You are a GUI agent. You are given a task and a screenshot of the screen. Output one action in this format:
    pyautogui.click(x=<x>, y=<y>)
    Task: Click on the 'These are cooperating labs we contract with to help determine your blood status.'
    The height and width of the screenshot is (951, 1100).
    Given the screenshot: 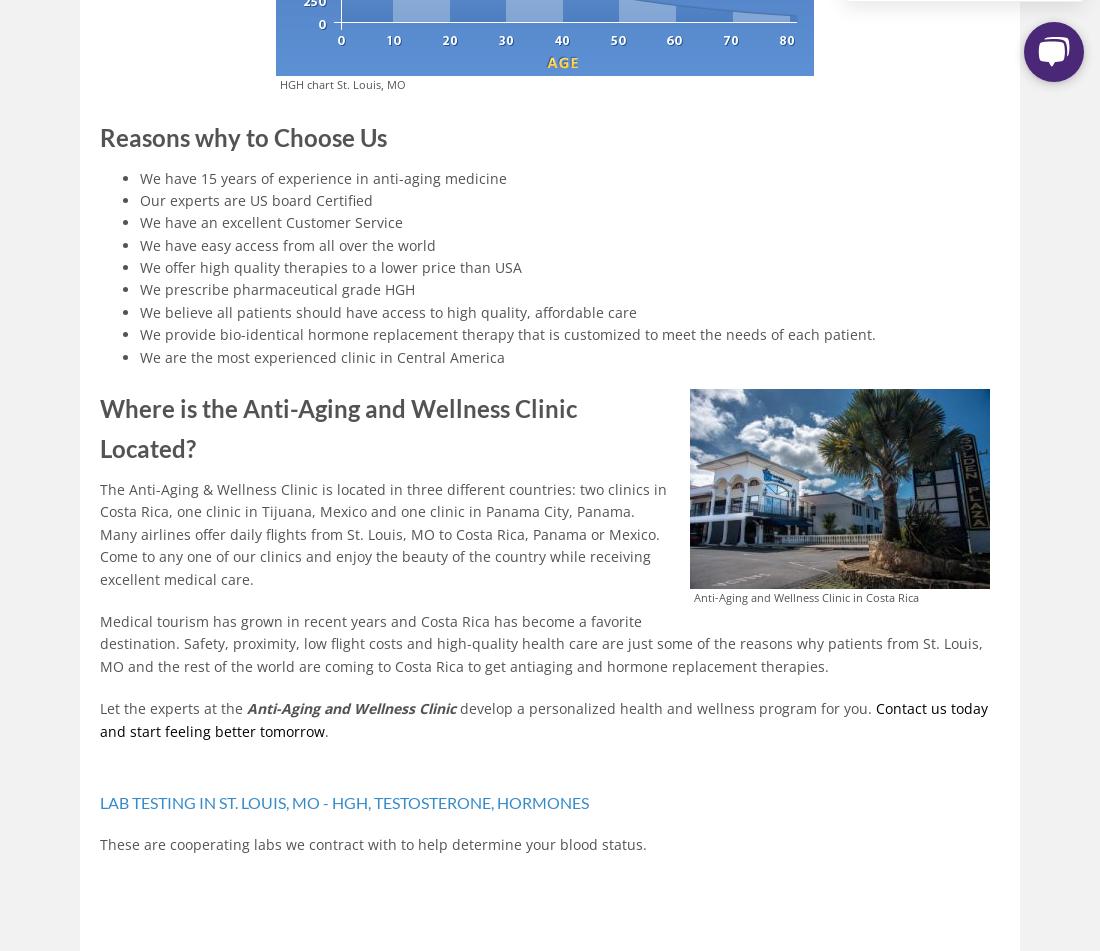 What is the action you would take?
    pyautogui.click(x=373, y=842)
    